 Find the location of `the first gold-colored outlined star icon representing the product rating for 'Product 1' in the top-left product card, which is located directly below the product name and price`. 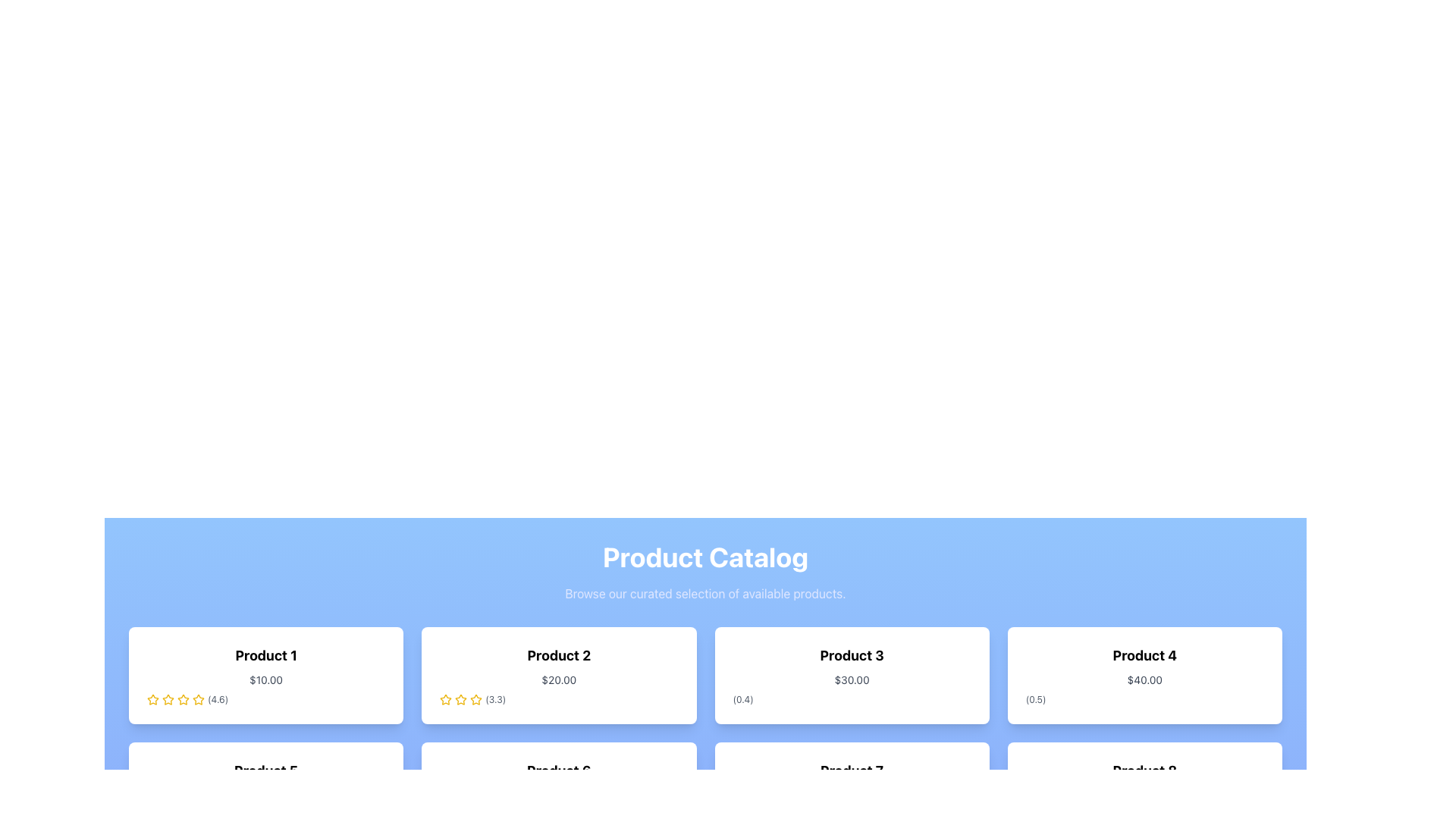

the first gold-colored outlined star icon representing the product rating for 'Product 1' in the top-left product card, which is located directly below the product name and price is located at coordinates (152, 699).